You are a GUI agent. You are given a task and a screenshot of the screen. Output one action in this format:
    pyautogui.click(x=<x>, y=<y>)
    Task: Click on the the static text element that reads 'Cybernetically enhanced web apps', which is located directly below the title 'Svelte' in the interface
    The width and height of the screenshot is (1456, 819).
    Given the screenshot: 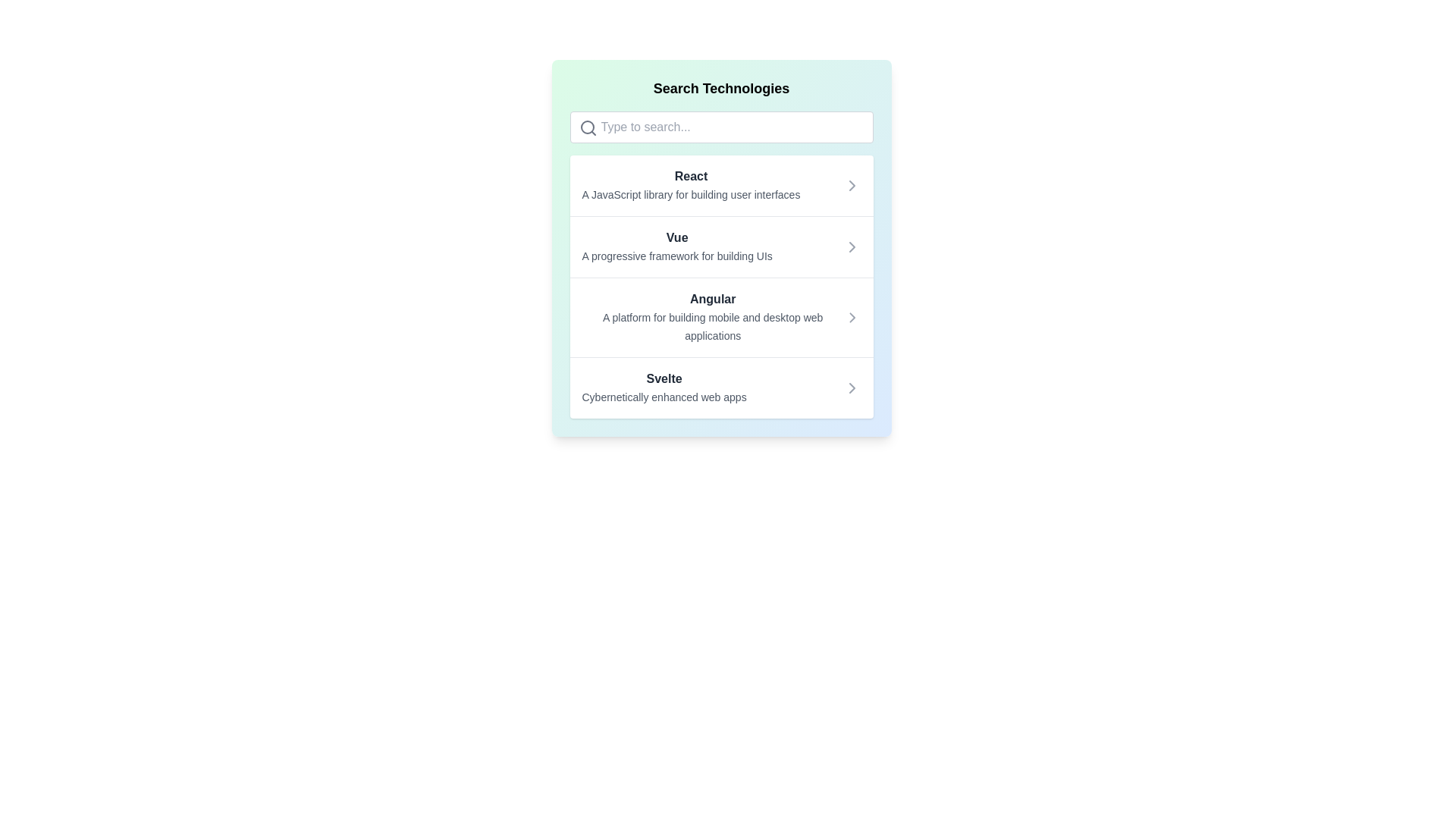 What is the action you would take?
    pyautogui.click(x=664, y=397)
    